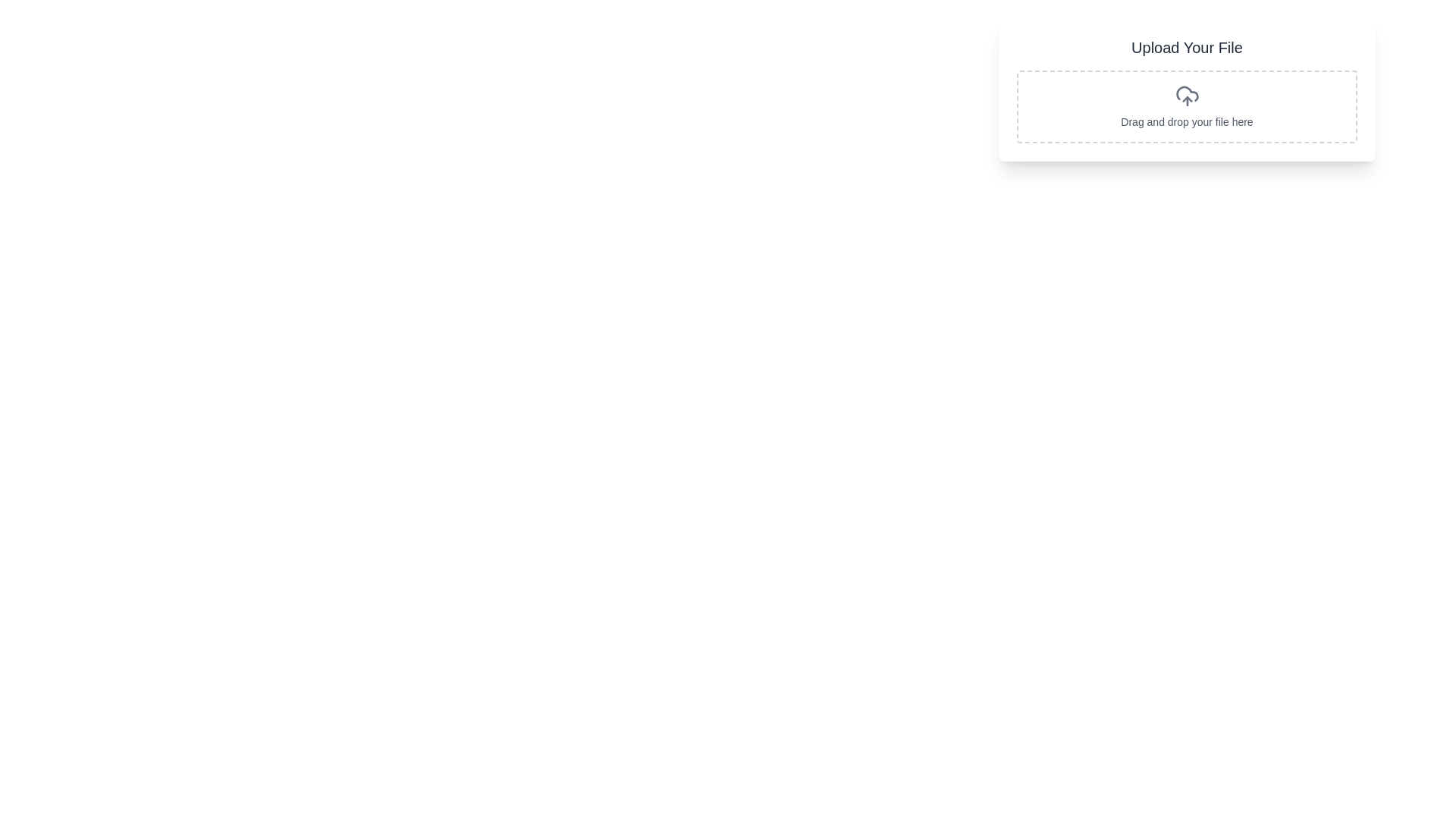  Describe the element at coordinates (1186, 121) in the screenshot. I see `the instructional text label that guides users to drag and drop files into the upload area, located at the bottom of the upload section below the upload icon` at that location.